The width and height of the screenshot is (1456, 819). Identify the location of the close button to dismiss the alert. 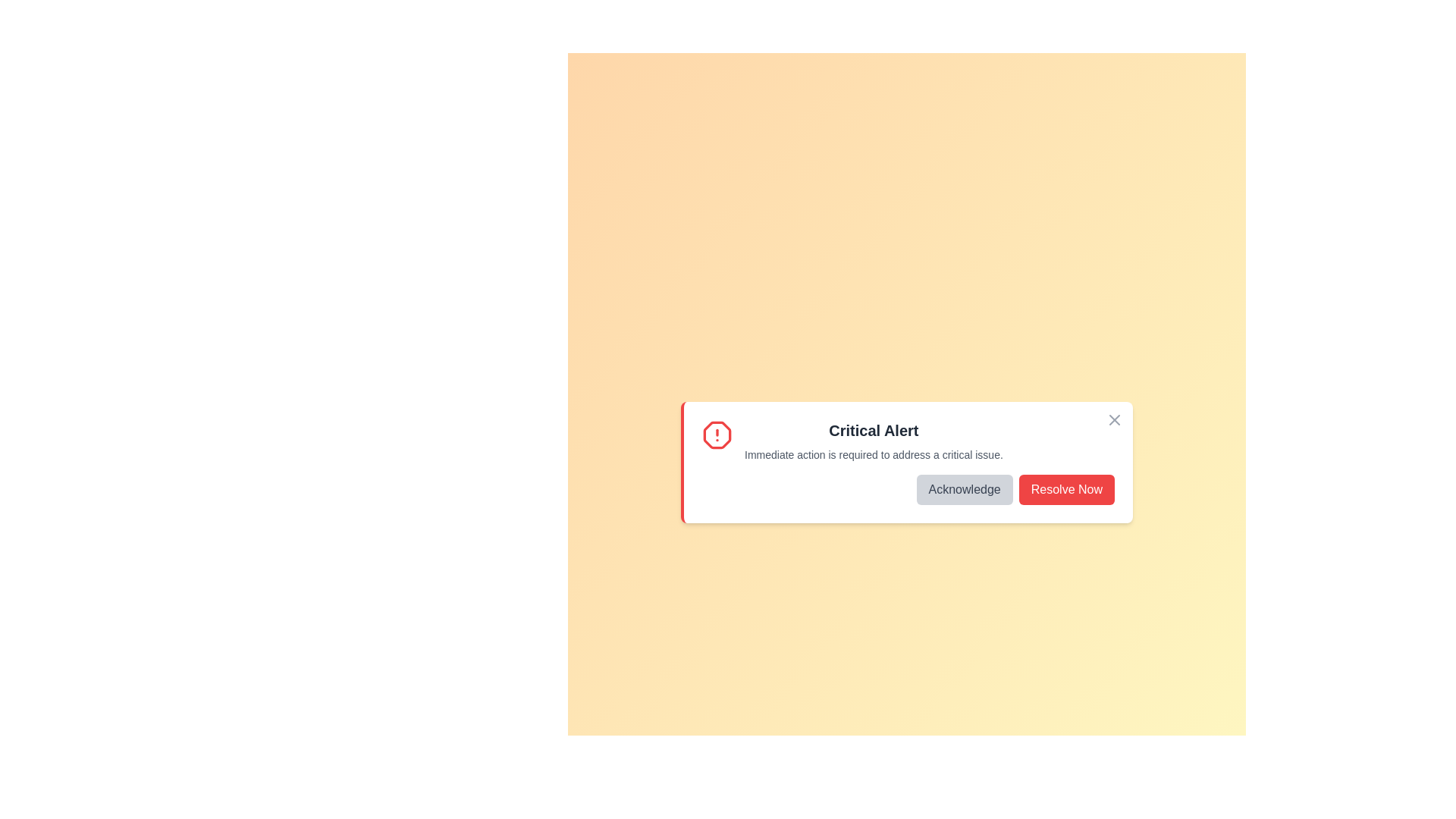
(1114, 420).